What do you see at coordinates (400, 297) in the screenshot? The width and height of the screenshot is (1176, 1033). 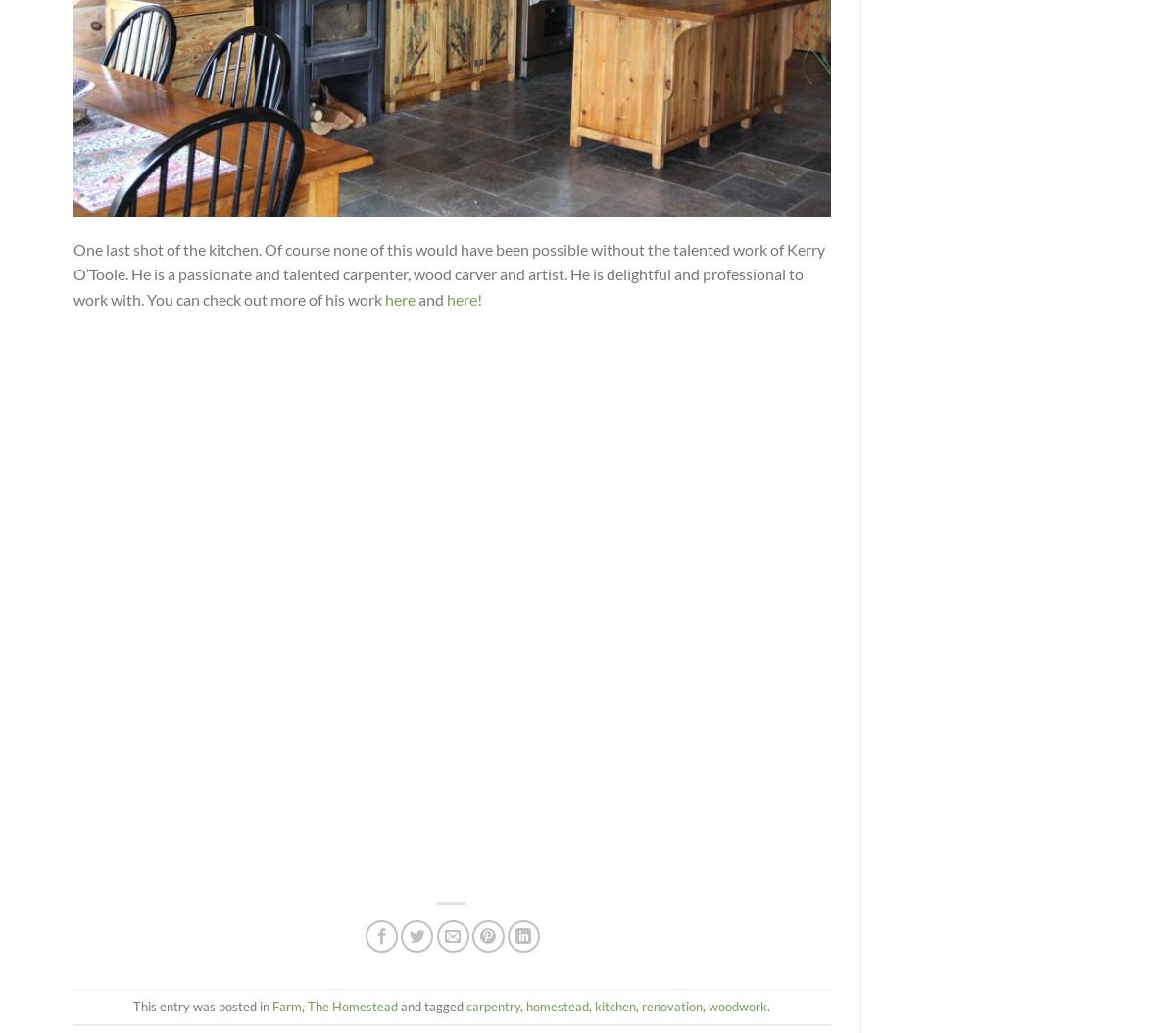 I see `'here'` at bounding box center [400, 297].